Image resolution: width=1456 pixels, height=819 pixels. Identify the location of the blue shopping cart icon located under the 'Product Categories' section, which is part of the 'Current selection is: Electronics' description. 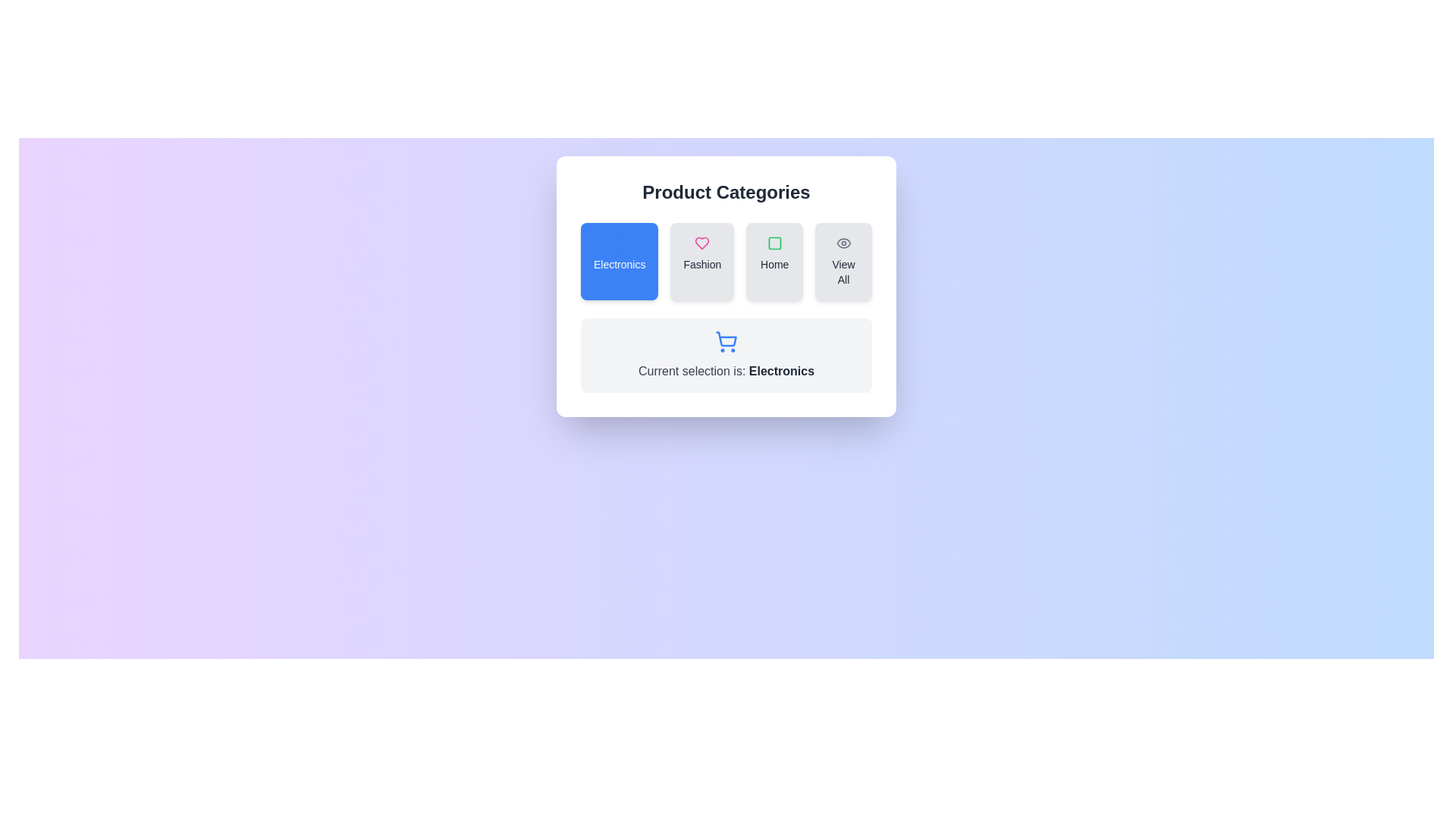
(726, 342).